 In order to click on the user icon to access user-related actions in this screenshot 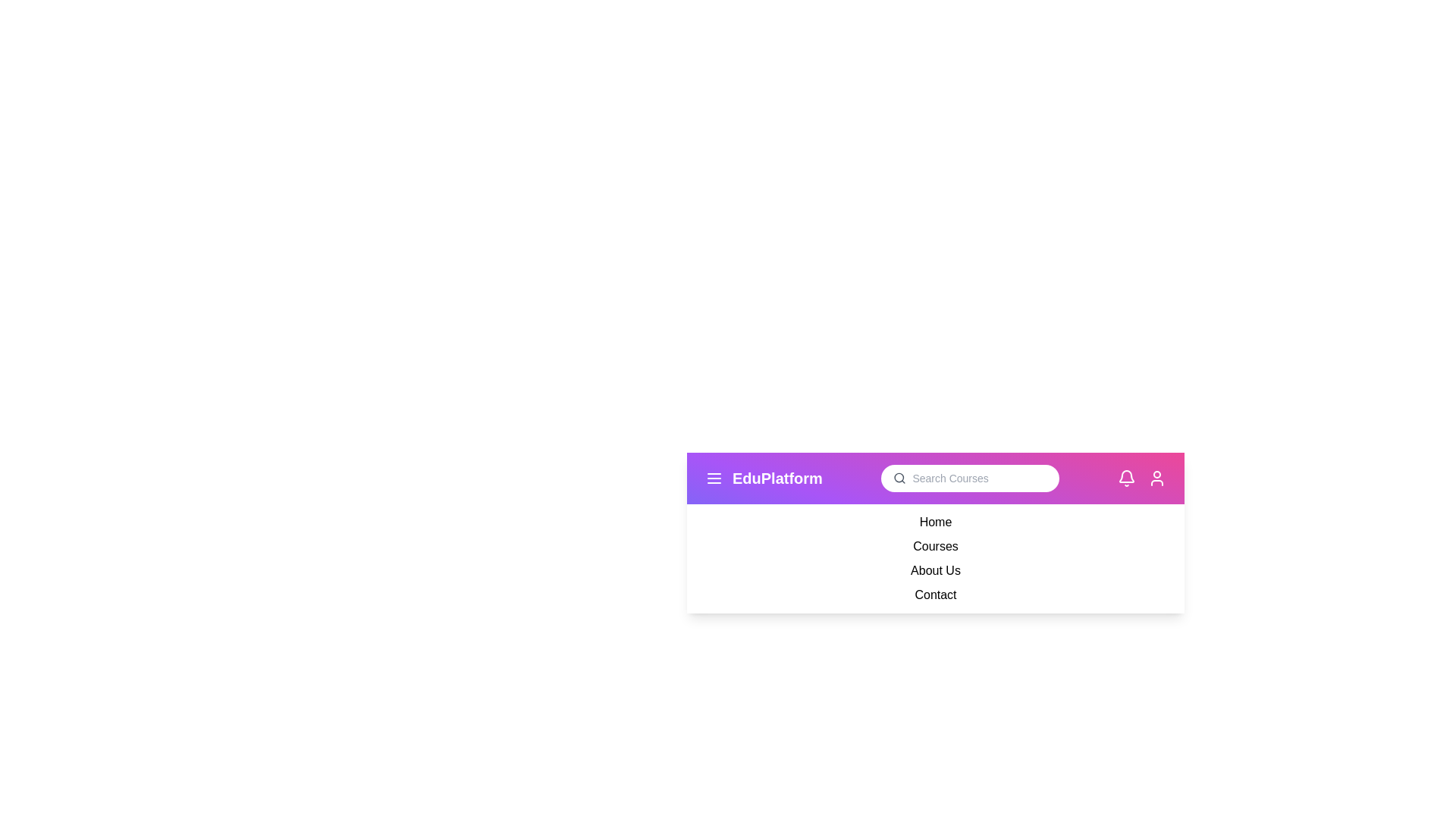, I will do `click(1156, 479)`.